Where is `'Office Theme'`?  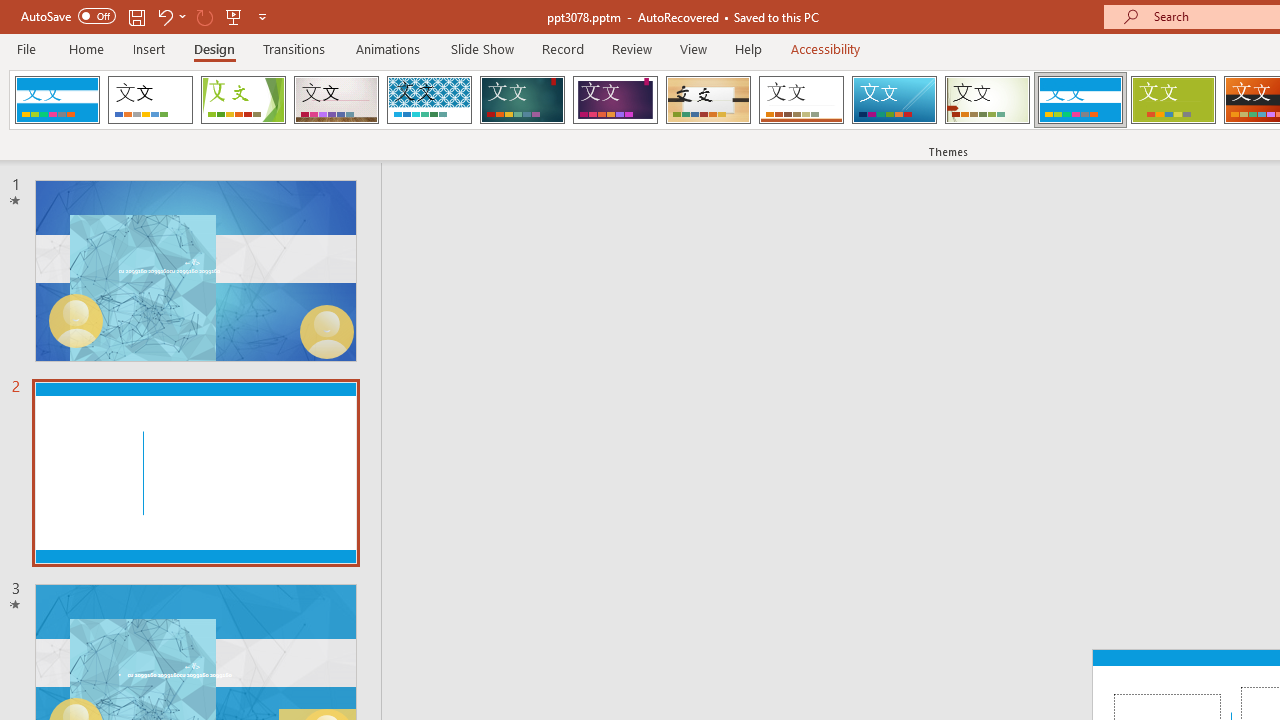 'Office Theme' is located at coordinates (149, 100).